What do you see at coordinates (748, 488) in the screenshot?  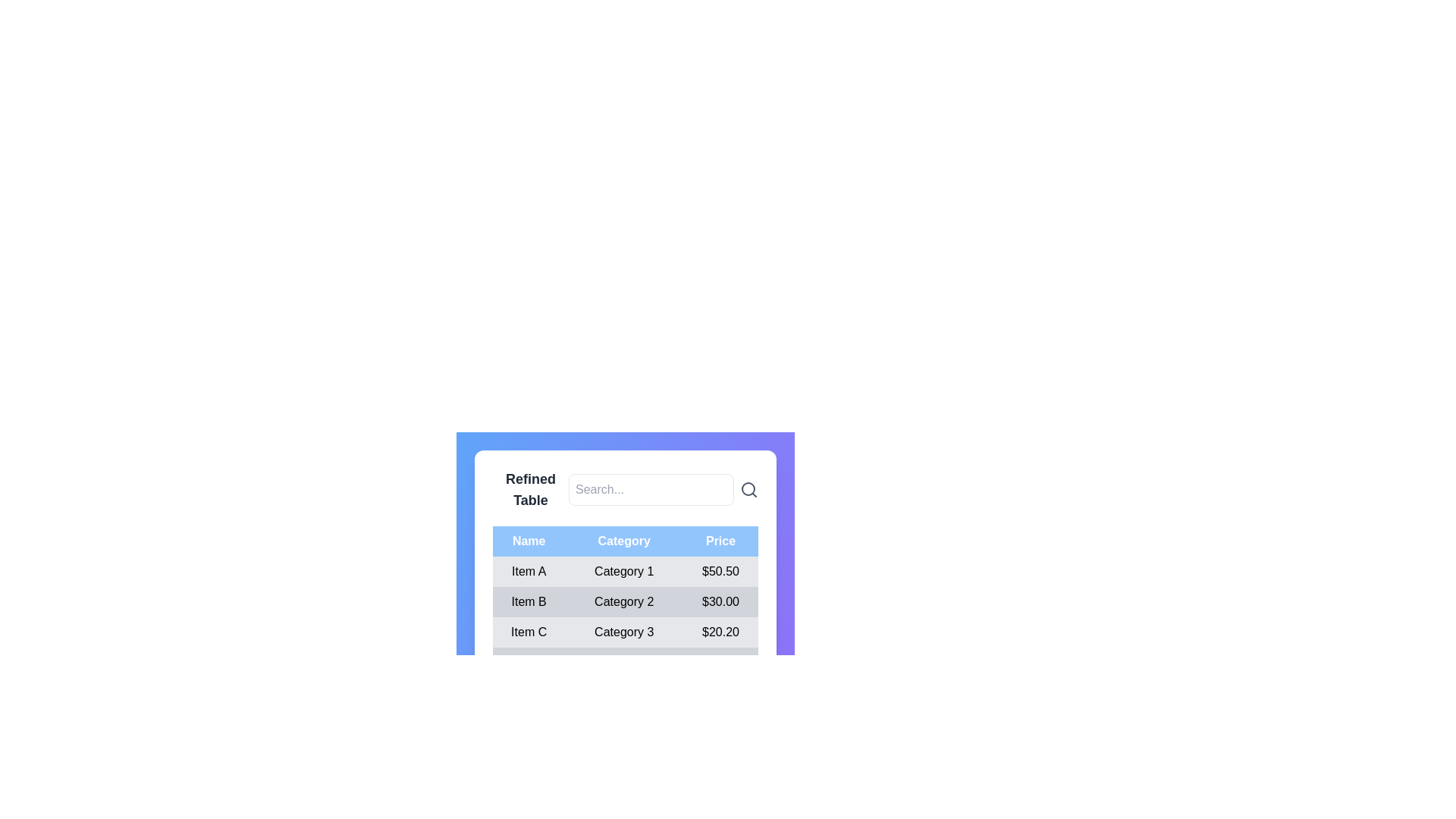 I see `the decorative inner circle of the search icon located in the upper-right section of the interface, adjacent to the search input field` at bounding box center [748, 488].